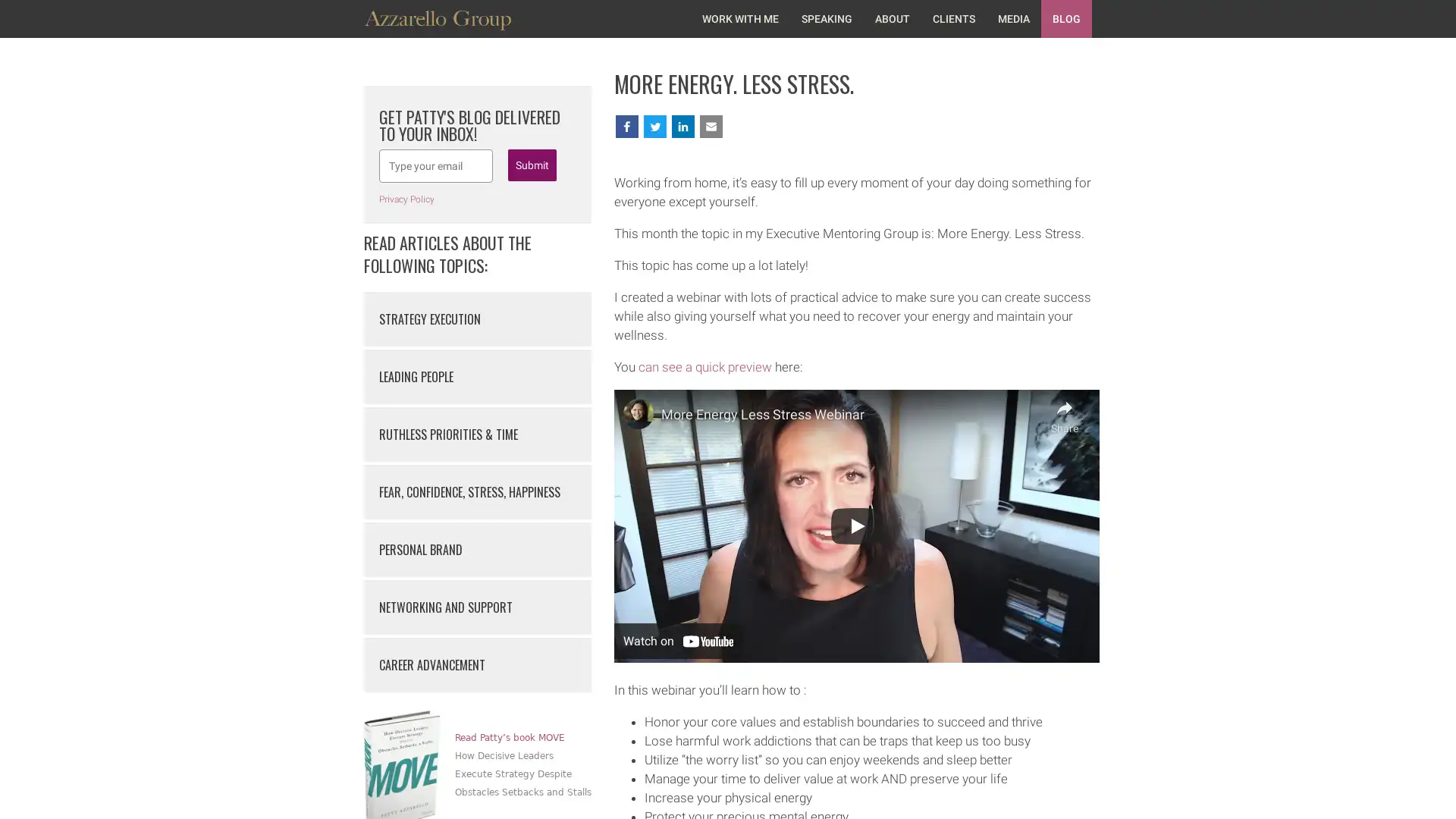 The width and height of the screenshot is (1456, 819). Describe the element at coordinates (871, 125) in the screenshot. I see `Share to Email Email` at that location.